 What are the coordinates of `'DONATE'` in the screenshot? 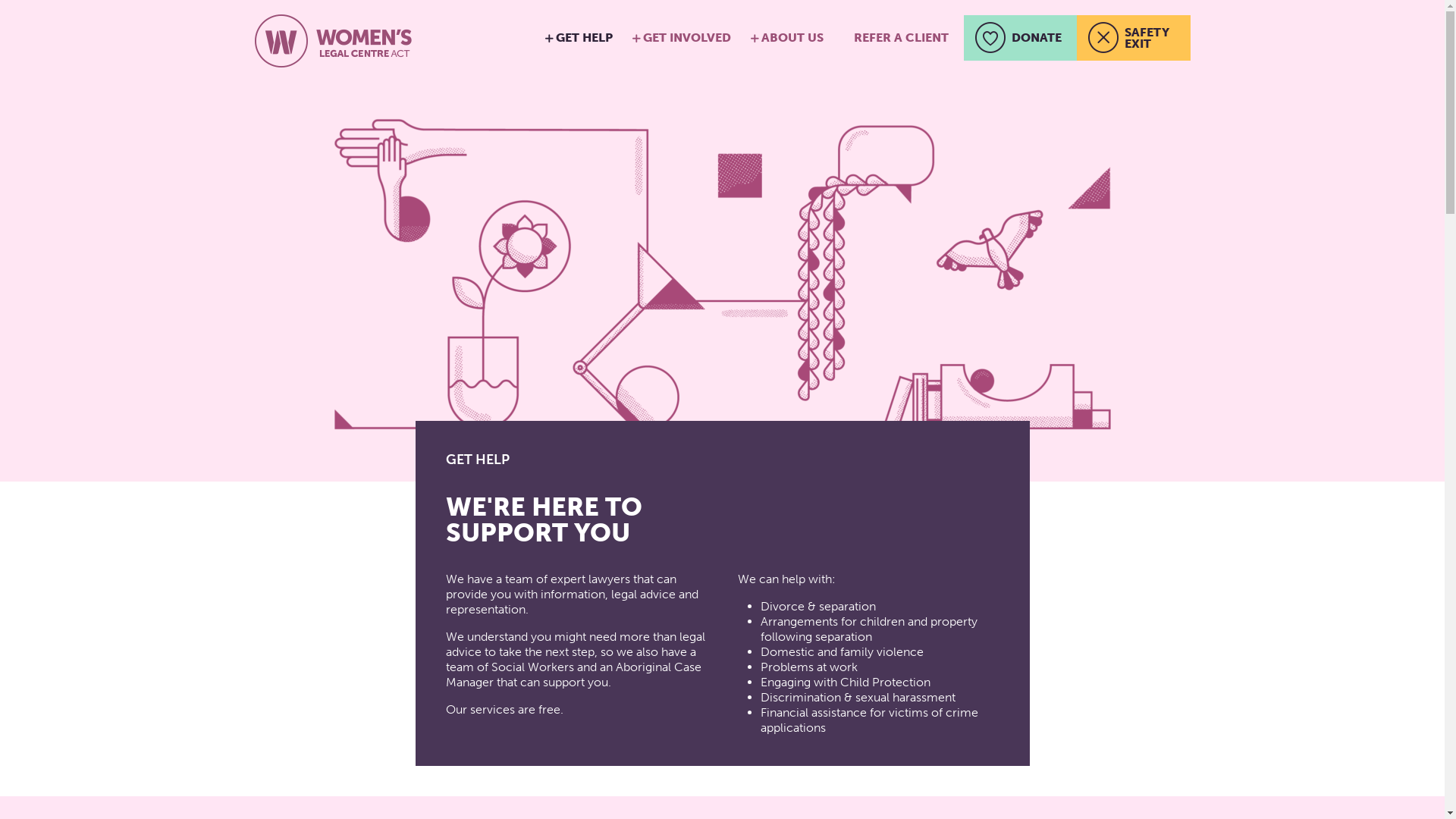 It's located at (1019, 37).